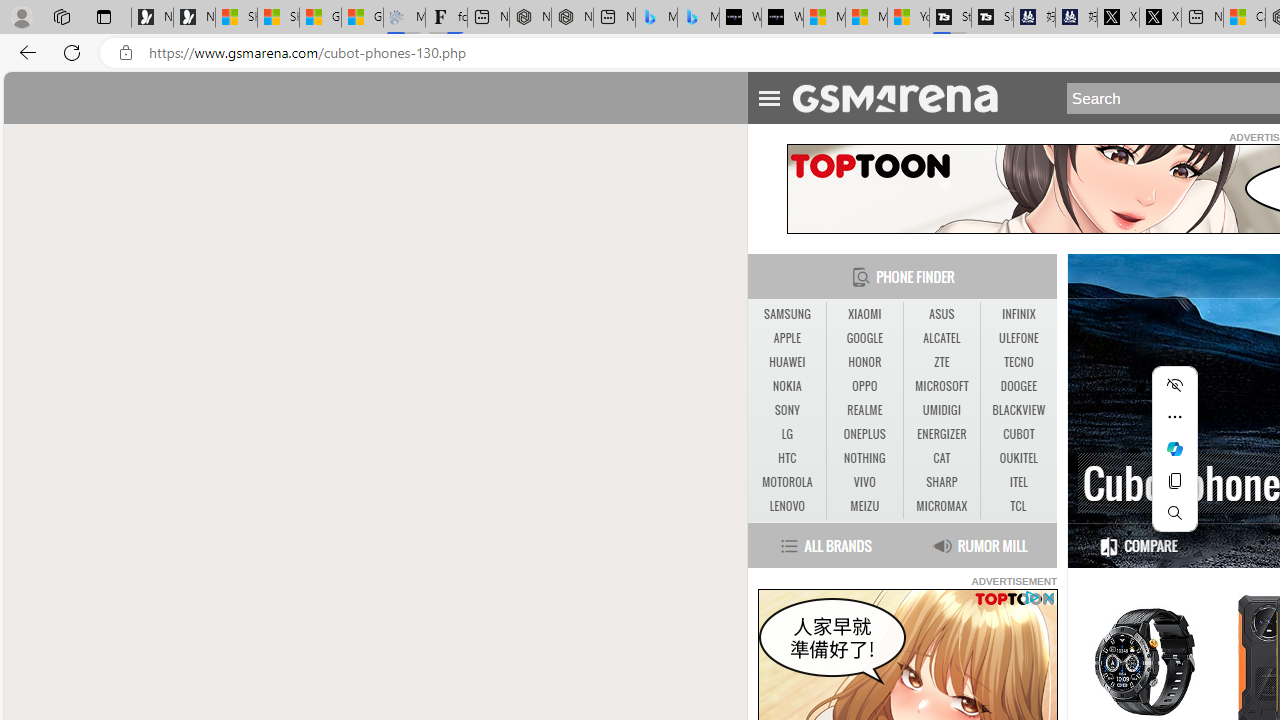 The height and width of the screenshot is (720, 1280). Describe the element at coordinates (1175, 447) in the screenshot. I see `'Ask Copilot'` at that location.